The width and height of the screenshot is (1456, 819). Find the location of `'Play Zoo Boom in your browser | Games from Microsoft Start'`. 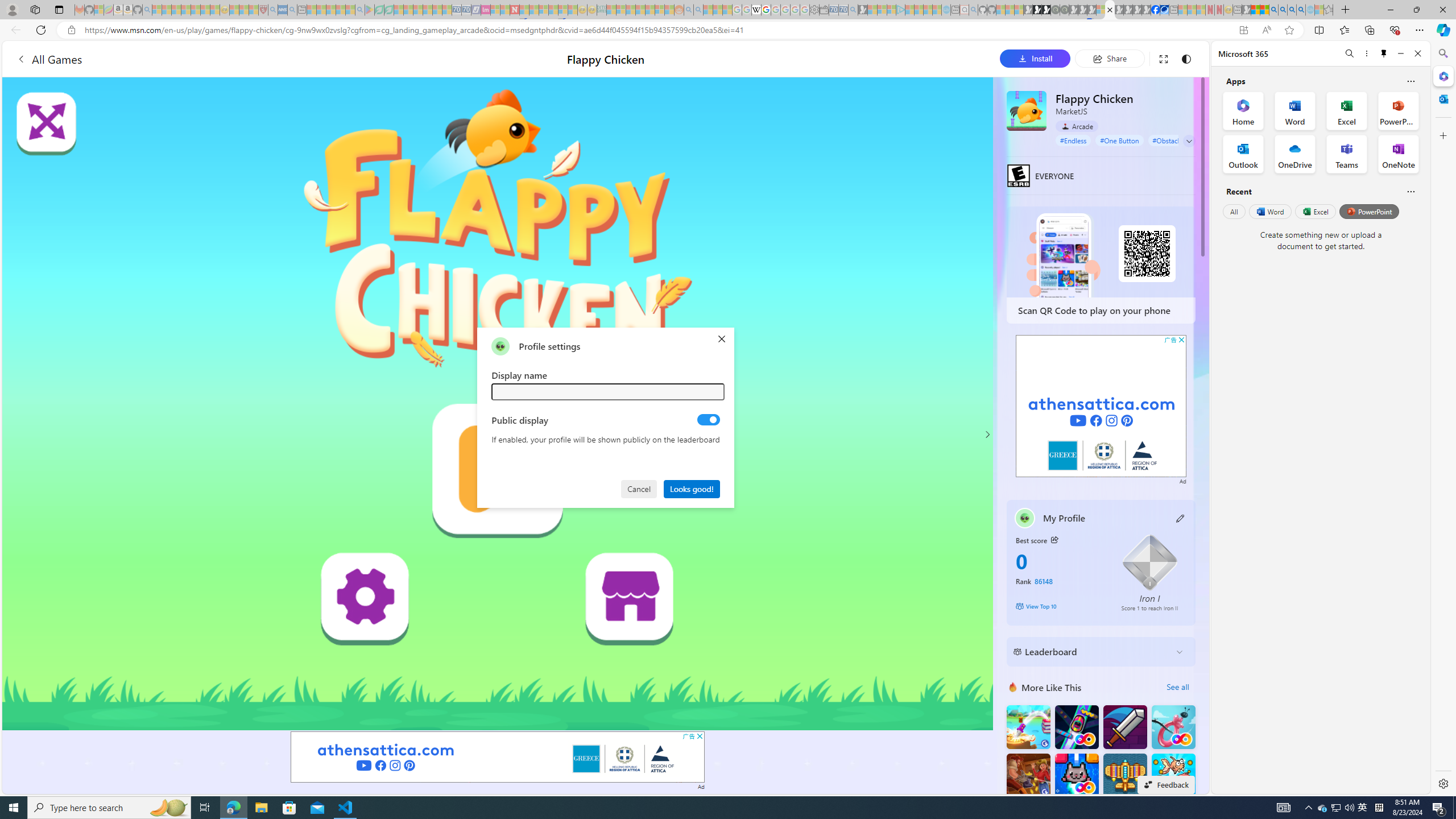

'Play Zoo Boom in your browser | Games from Microsoft Start' is located at coordinates (1037, 9).